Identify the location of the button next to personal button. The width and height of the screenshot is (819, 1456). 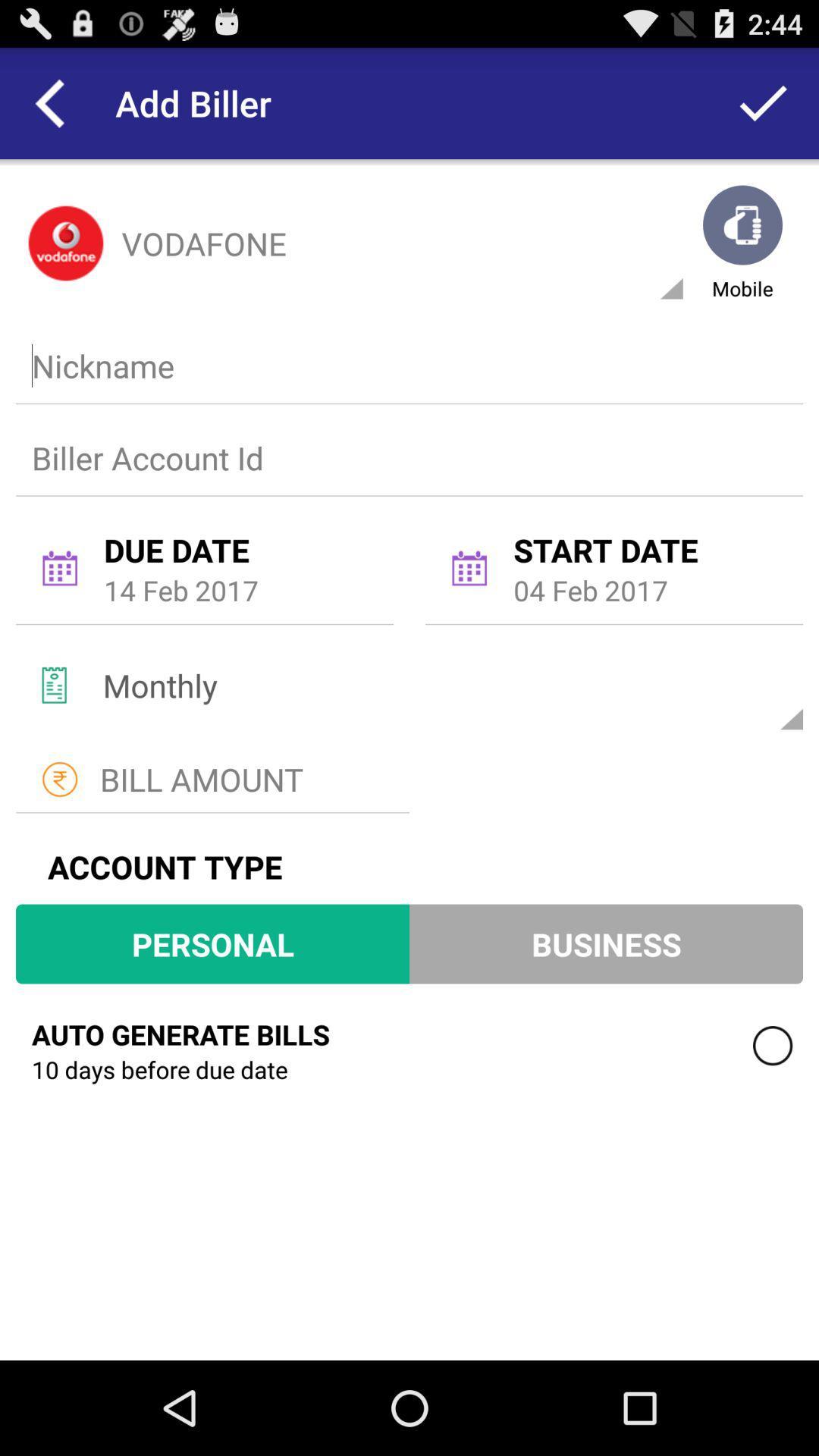
(605, 943).